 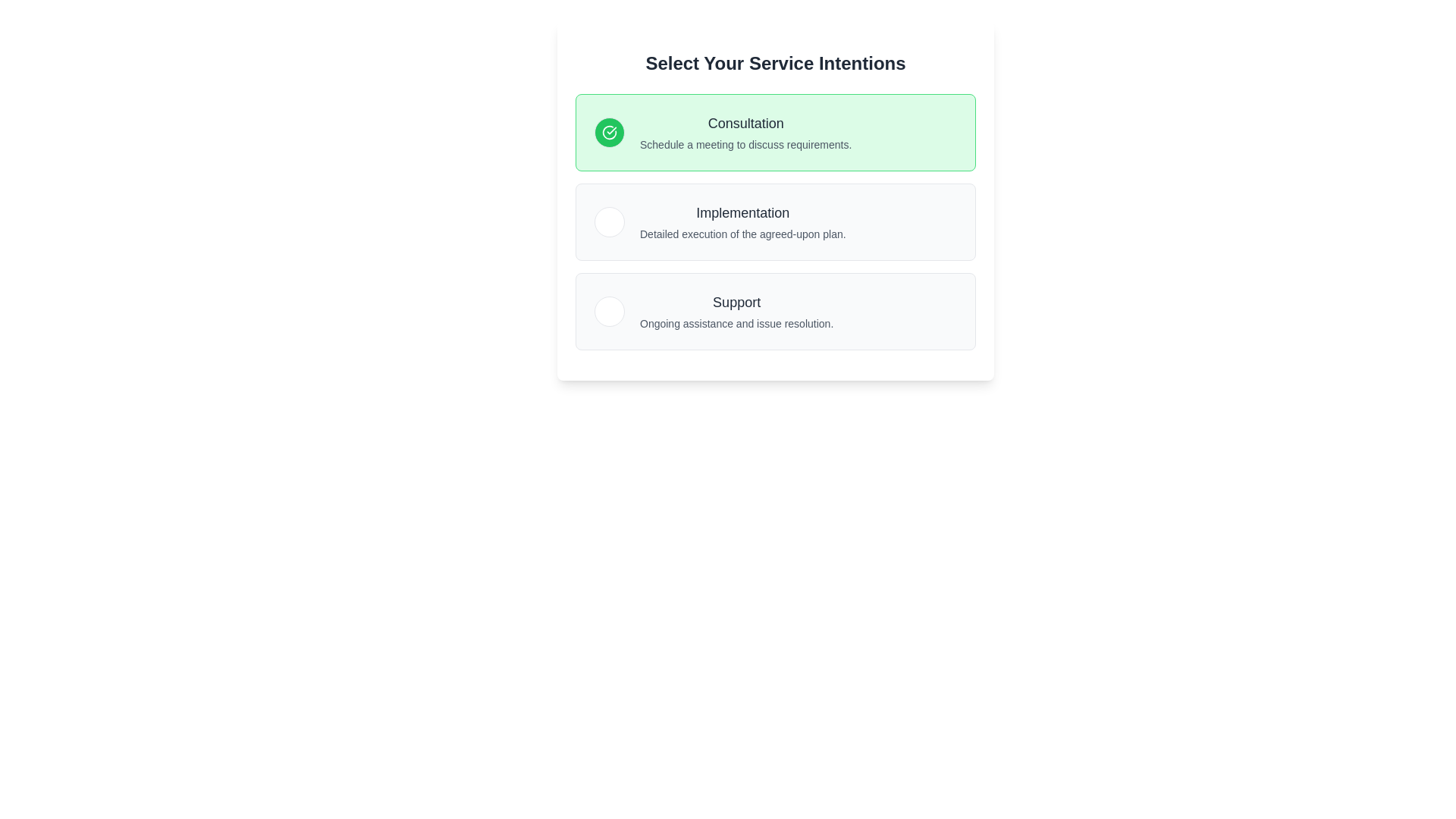 What do you see at coordinates (736, 311) in the screenshot?
I see `the text block labeled 'Support' which contains descriptive content about ongoing assistance and issue resolution, positioned in the third row beneath 'Implementation'` at bounding box center [736, 311].